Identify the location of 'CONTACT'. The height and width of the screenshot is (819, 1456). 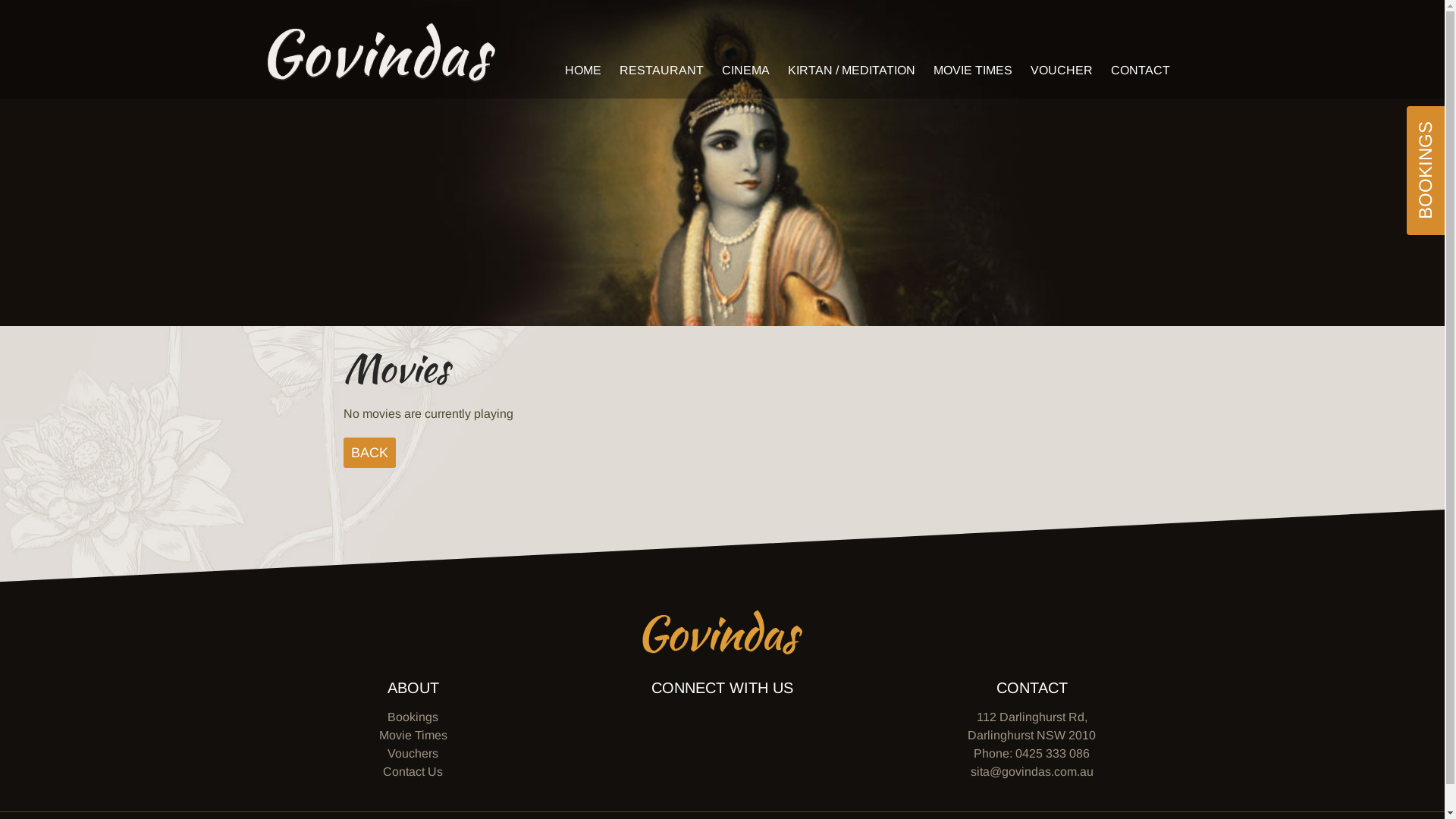
(1139, 70).